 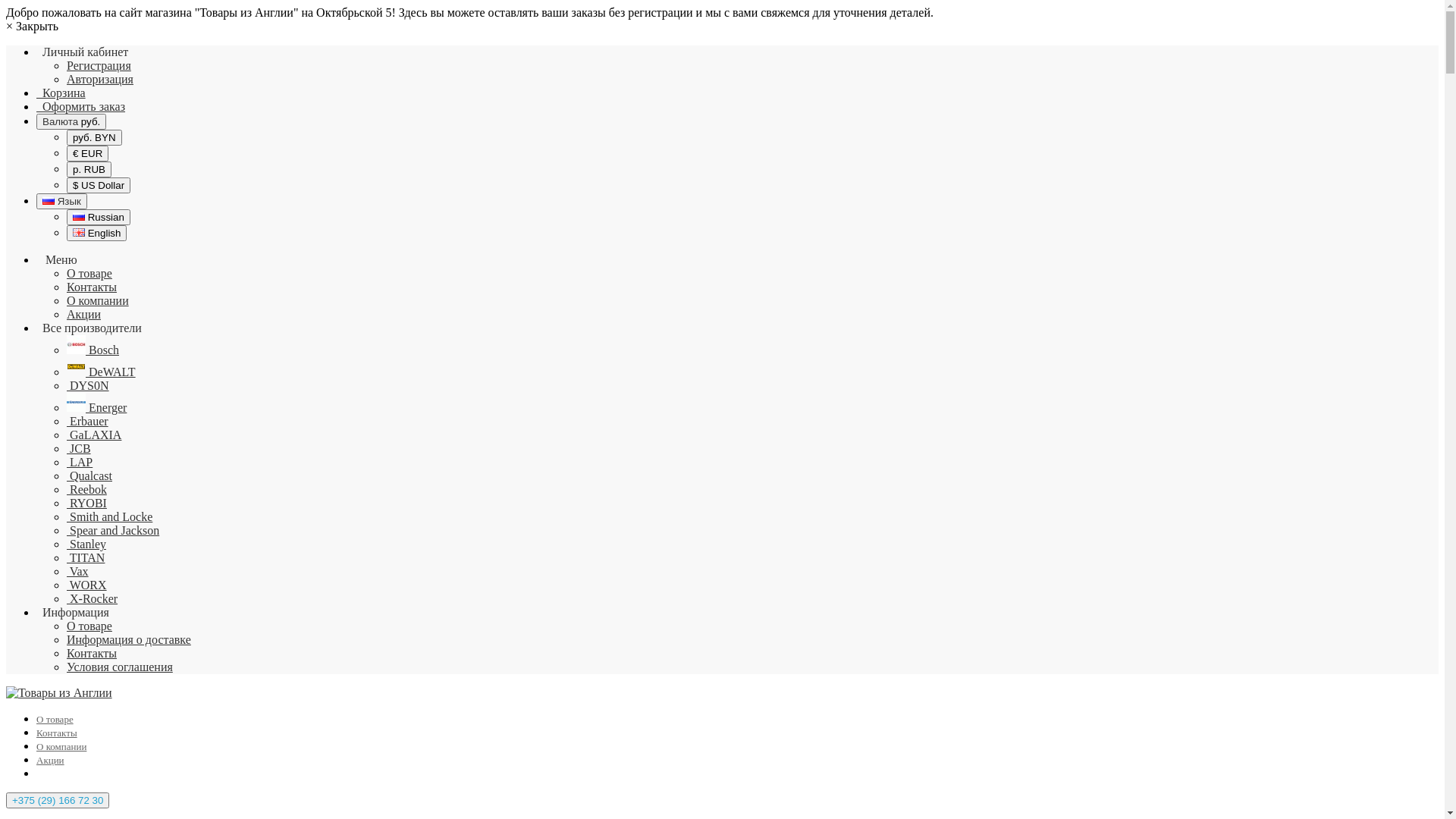 I want to click on 'GaLAXIA', so click(x=93, y=435).